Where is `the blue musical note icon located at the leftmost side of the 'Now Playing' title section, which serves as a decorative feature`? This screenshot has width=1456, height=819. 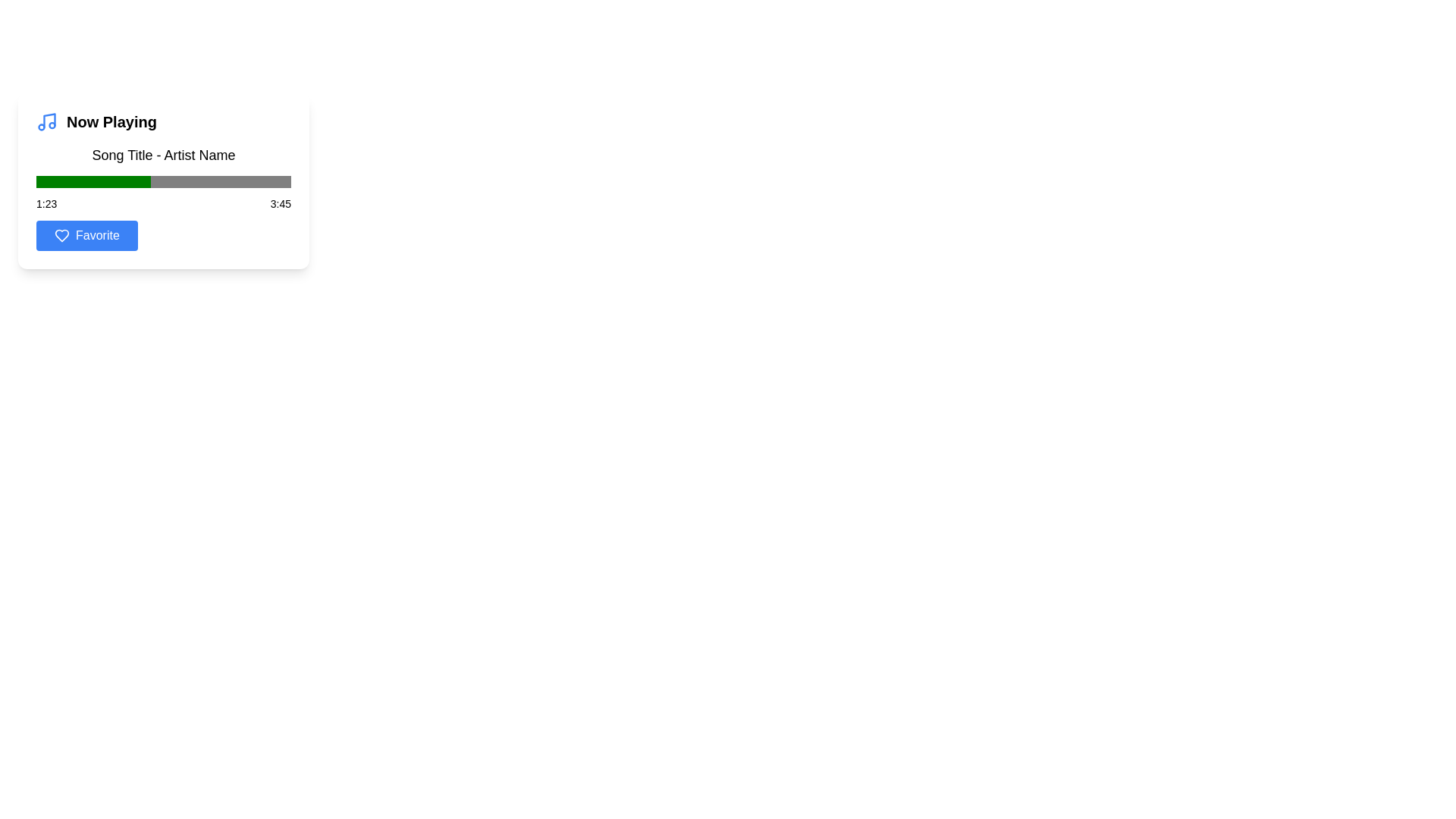 the blue musical note icon located at the leftmost side of the 'Now Playing' title section, which serves as a decorative feature is located at coordinates (47, 121).